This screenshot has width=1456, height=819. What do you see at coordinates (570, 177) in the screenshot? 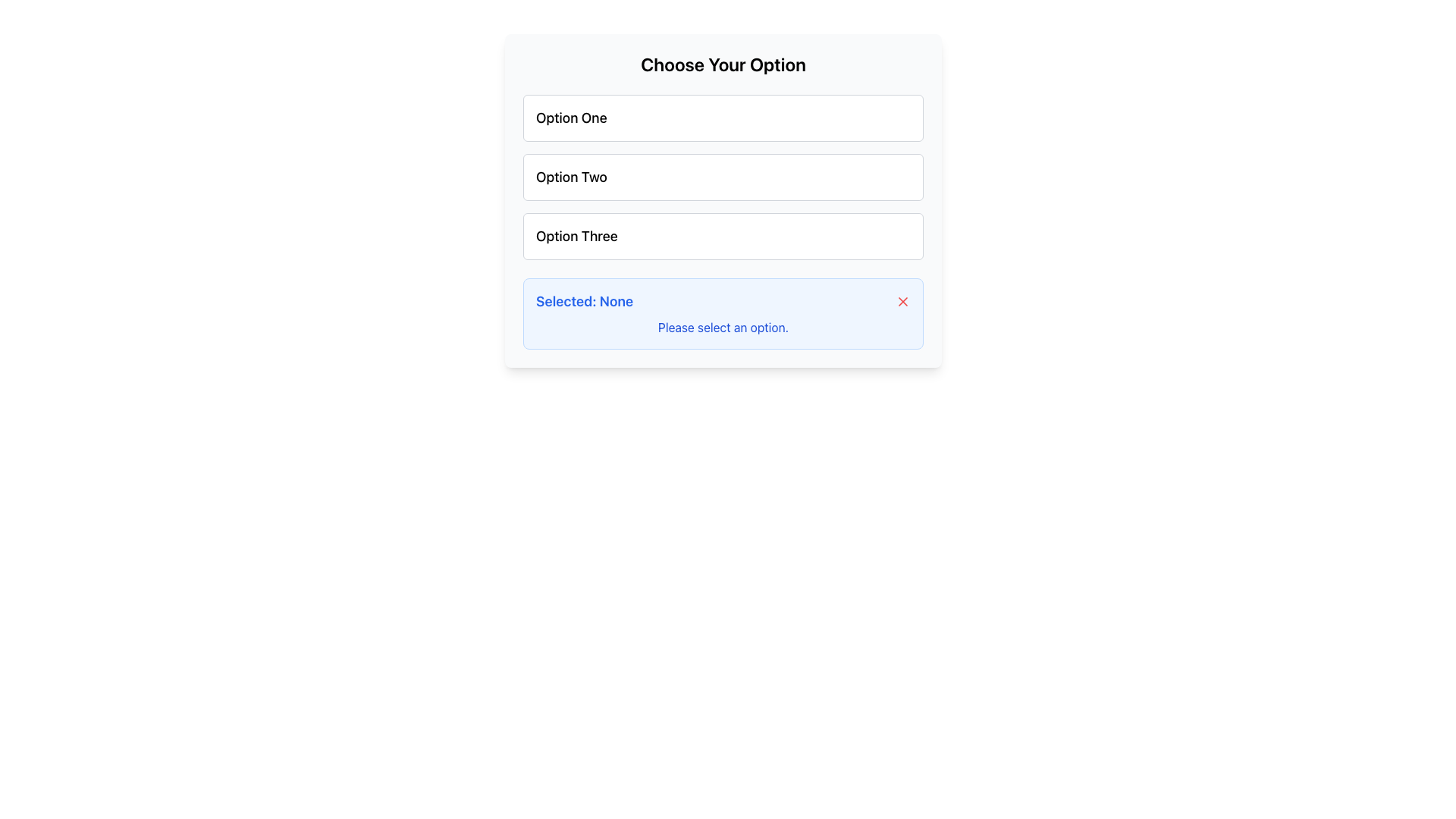
I see `the 'Option Two' text label, which is the second option in a vertical list and styled as a clickable button` at bounding box center [570, 177].